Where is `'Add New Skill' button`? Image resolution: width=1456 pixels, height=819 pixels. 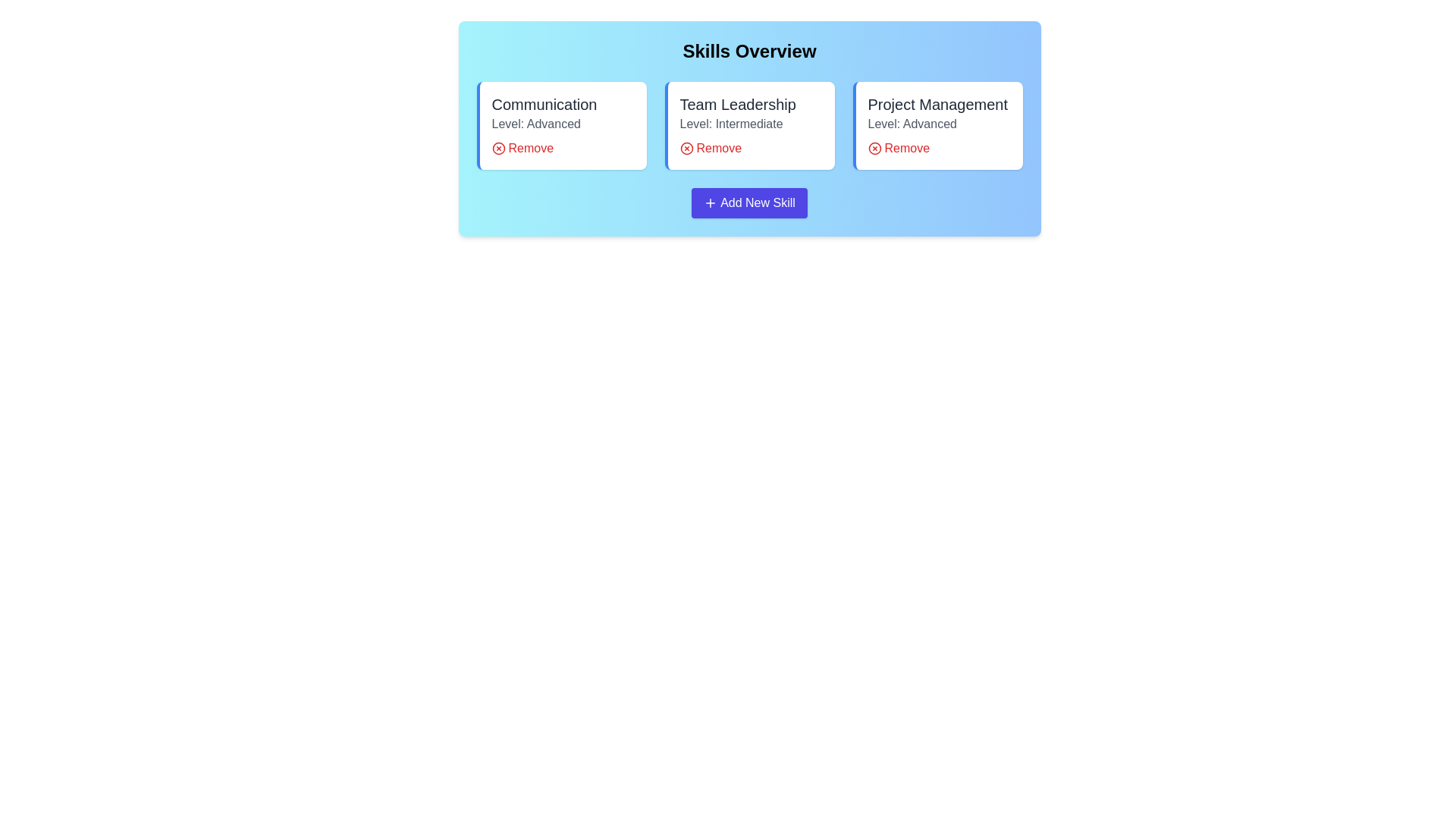
'Add New Skill' button is located at coordinates (749, 202).